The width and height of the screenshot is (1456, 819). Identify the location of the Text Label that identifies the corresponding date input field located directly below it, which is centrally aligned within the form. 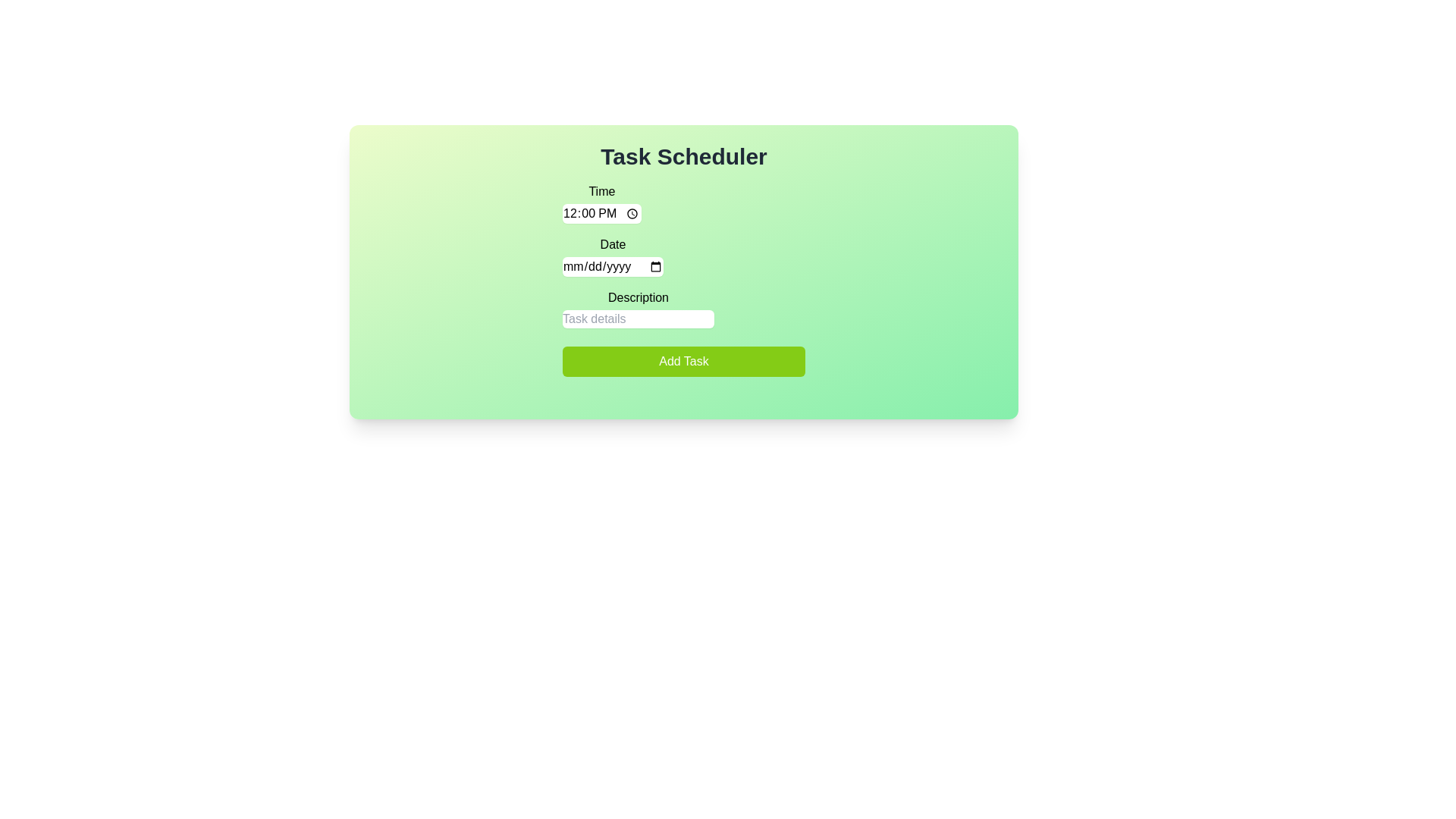
(613, 244).